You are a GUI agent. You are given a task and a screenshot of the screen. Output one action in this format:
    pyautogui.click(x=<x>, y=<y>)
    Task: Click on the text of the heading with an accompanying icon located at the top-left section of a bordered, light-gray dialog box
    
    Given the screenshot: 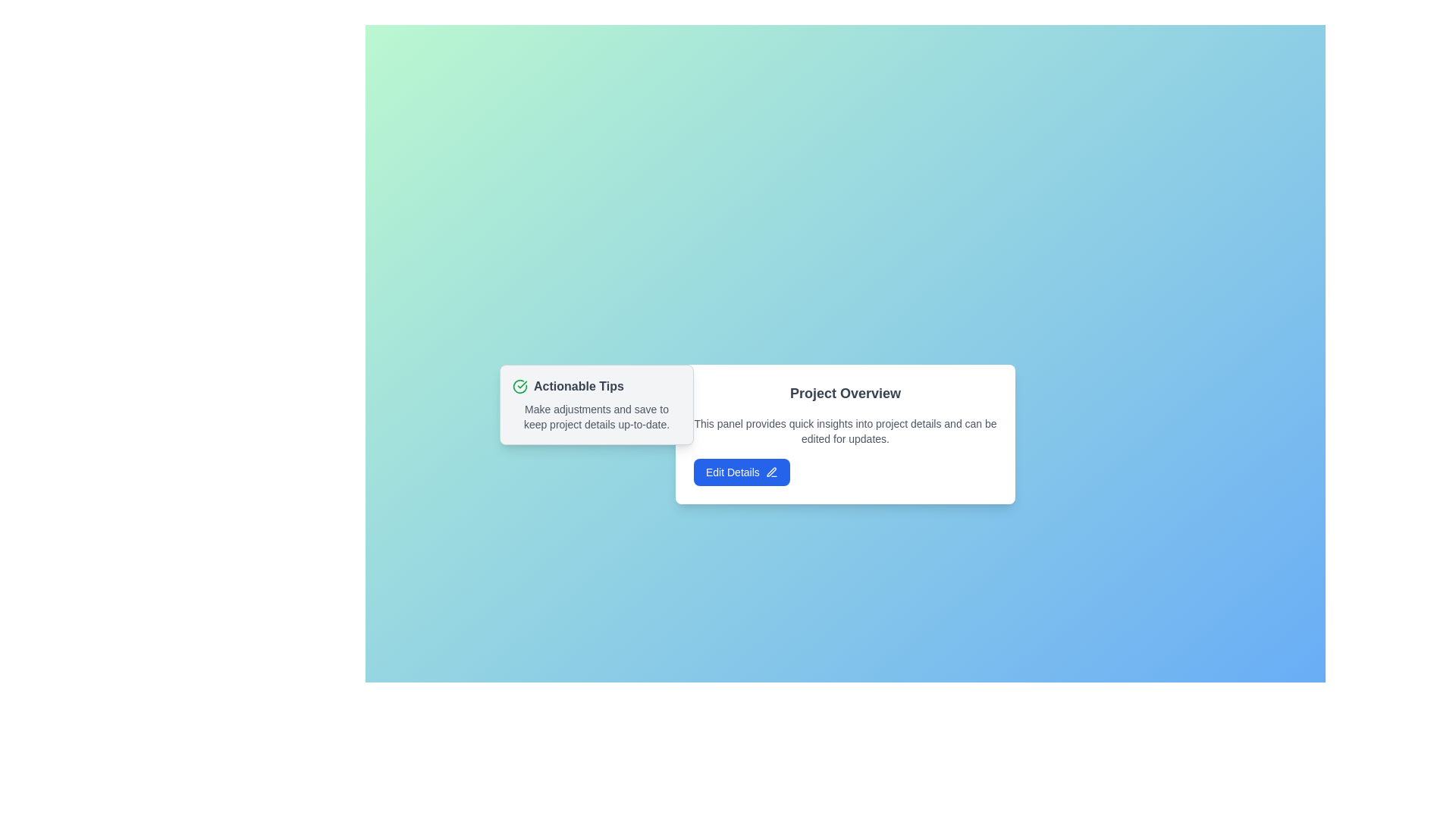 What is the action you would take?
    pyautogui.click(x=596, y=385)
    